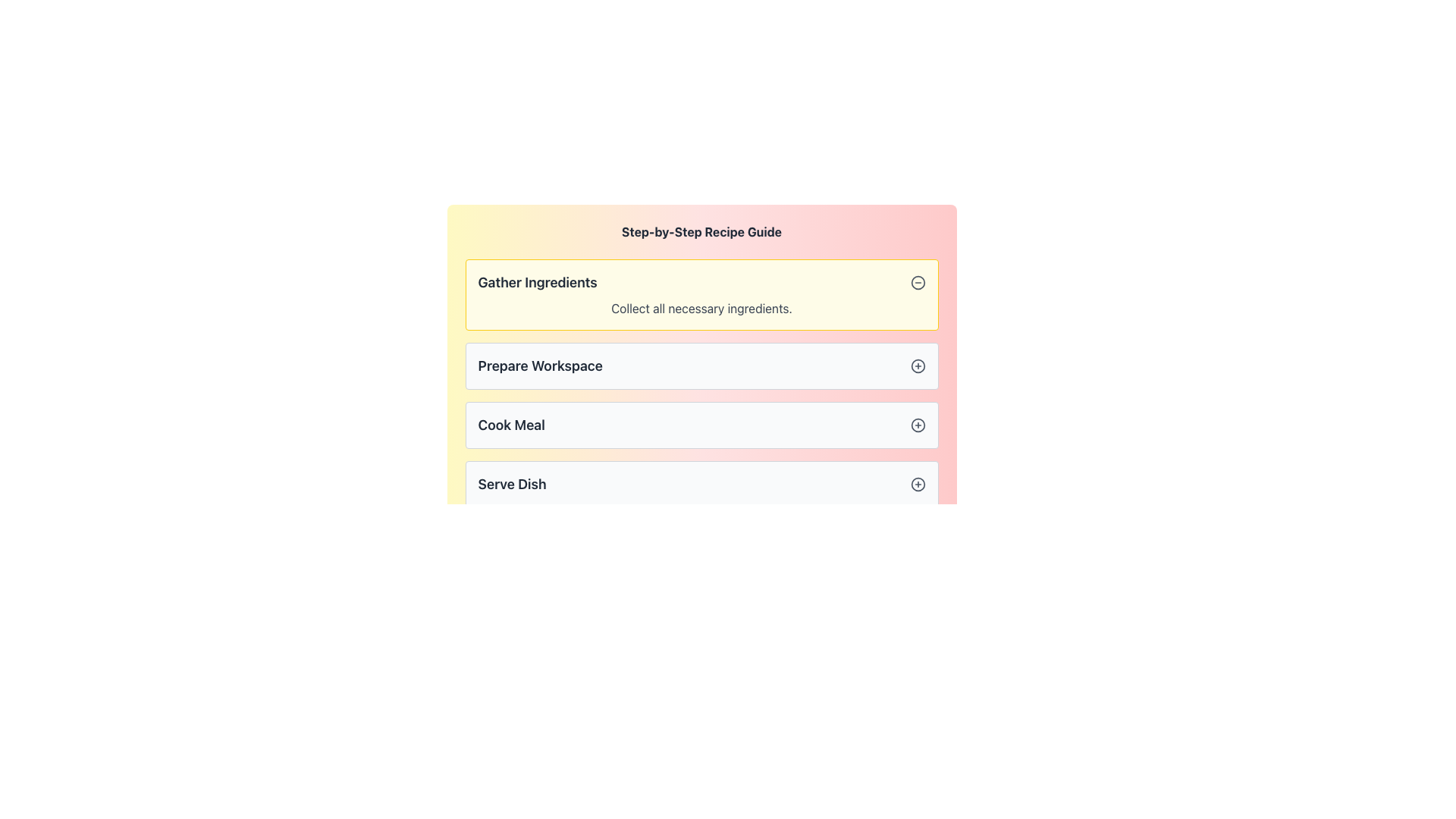 This screenshot has width=1456, height=819. What do you see at coordinates (917, 366) in the screenshot?
I see `the circular iconographic shape located in the 'Prepare Workspace' section of the interface` at bounding box center [917, 366].